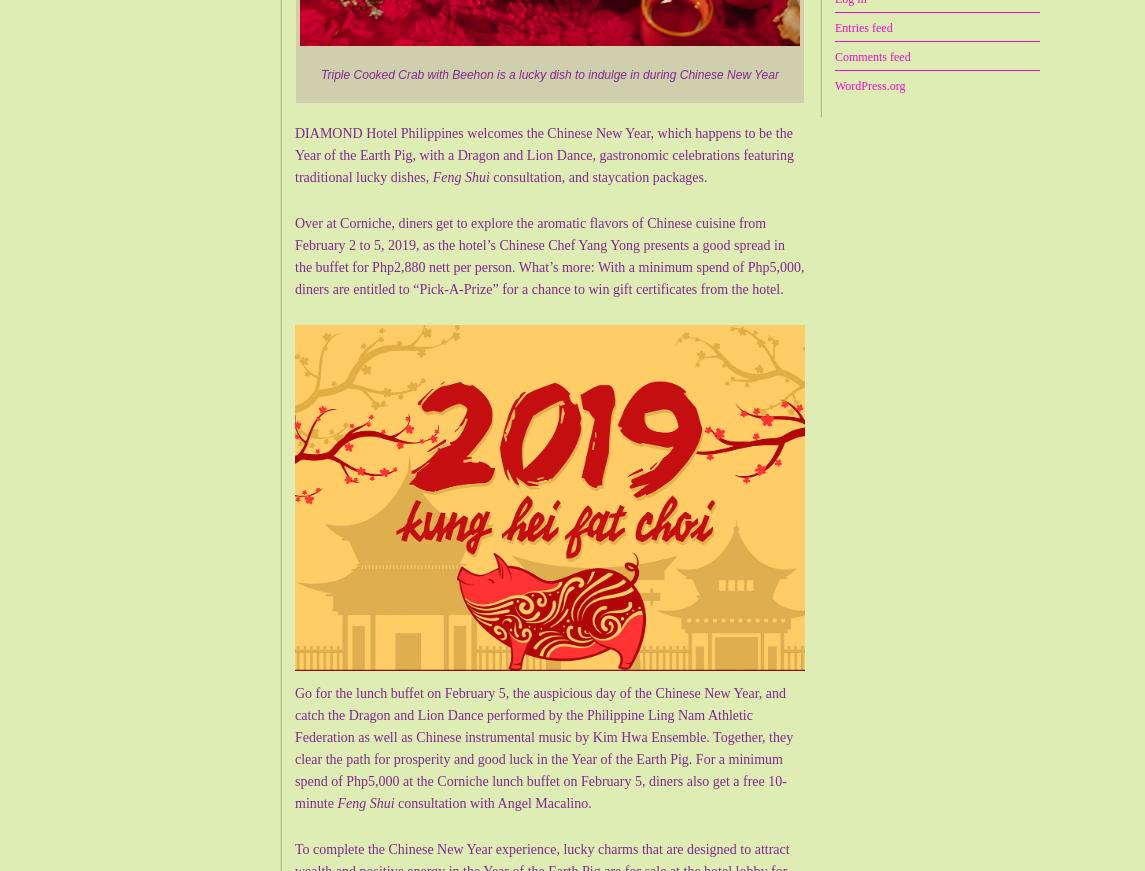 Image resolution: width=1145 pixels, height=871 pixels. Describe the element at coordinates (492, 802) in the screenshot. I see `'consultation with Angel Macalino.'` at that location.